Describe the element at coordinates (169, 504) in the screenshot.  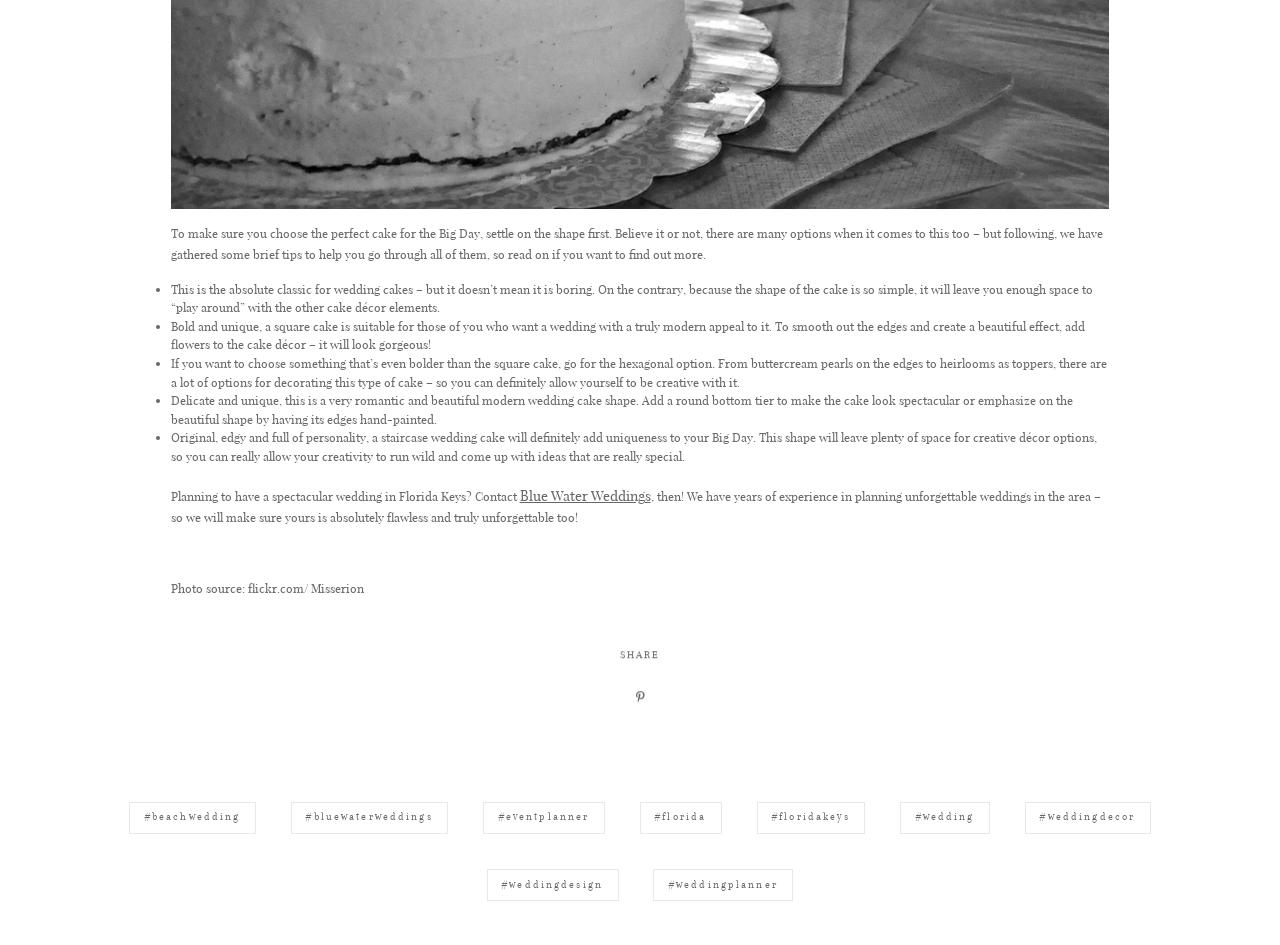
I see `', then! We have years of experience in planning unforgettable weddings in the area – so we will make sure yours is absolutely flawless and truly unforgettable too!'` at that location.